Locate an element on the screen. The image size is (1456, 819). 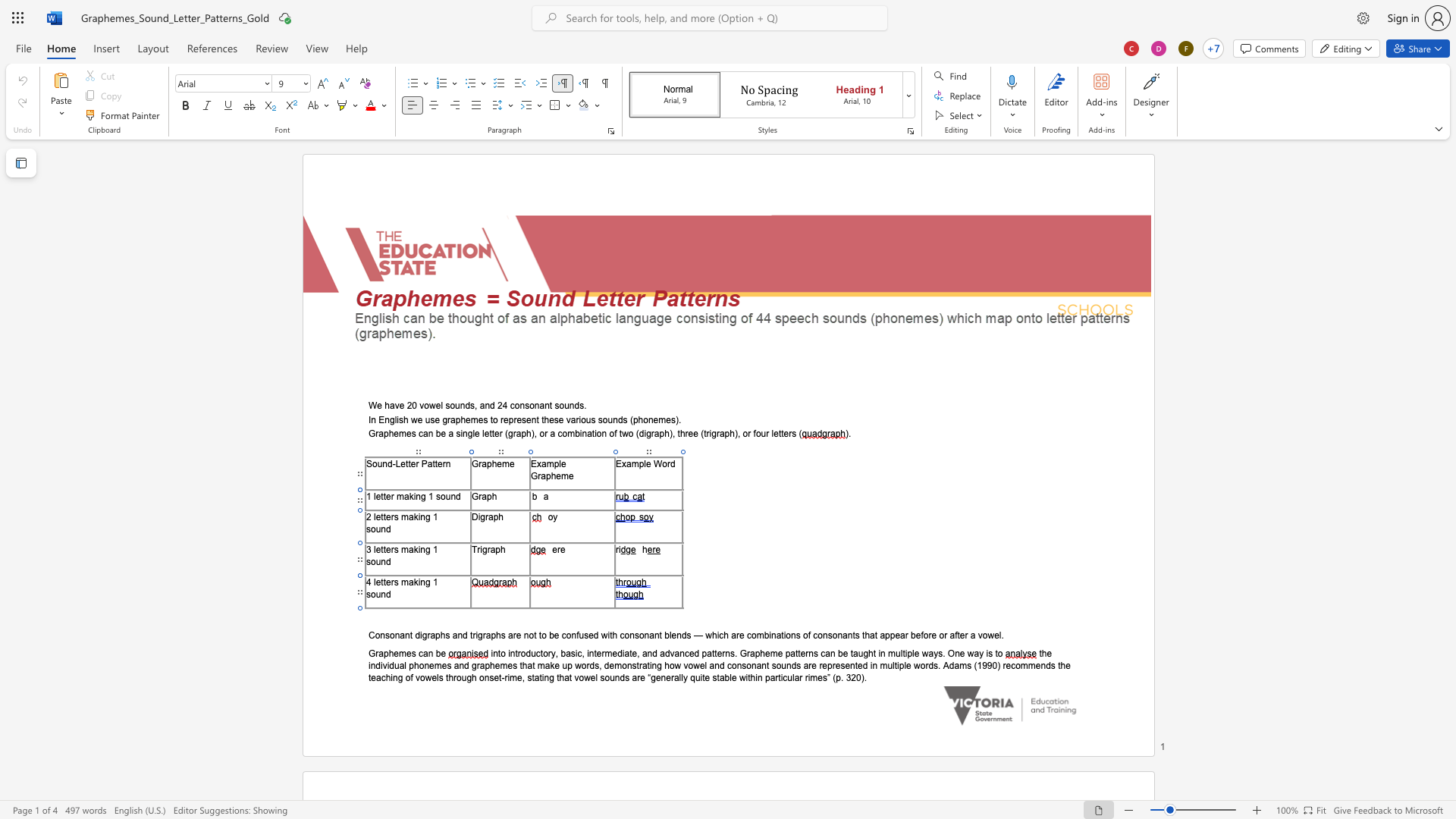
the space between the continuous character "r" and "e" in the text is located at coordinates (640, 676).